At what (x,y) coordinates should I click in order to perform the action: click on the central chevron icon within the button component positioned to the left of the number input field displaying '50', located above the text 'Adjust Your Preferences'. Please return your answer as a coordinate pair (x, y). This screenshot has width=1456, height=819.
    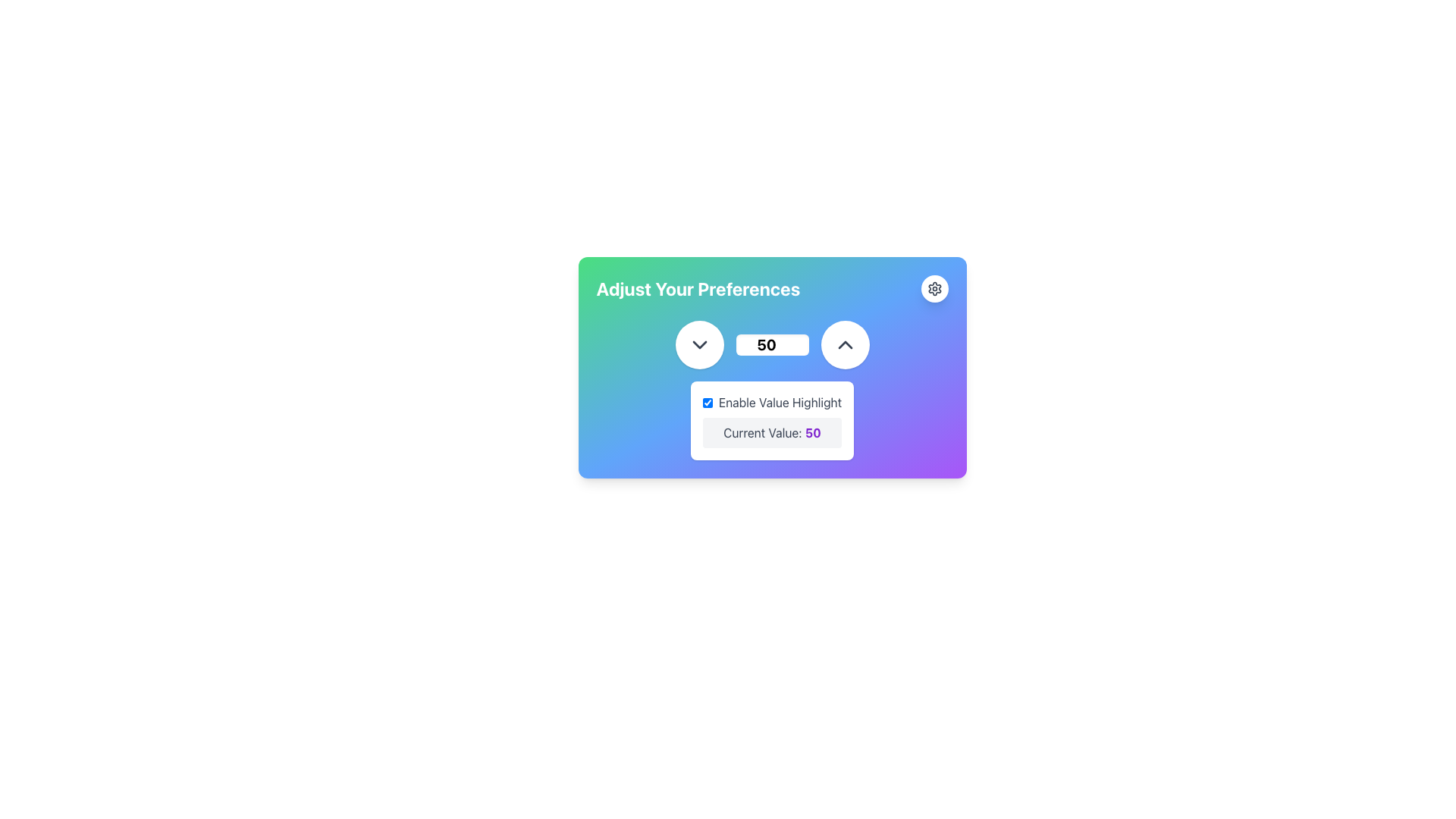
    Looking at the image, I should click on (844, 345).